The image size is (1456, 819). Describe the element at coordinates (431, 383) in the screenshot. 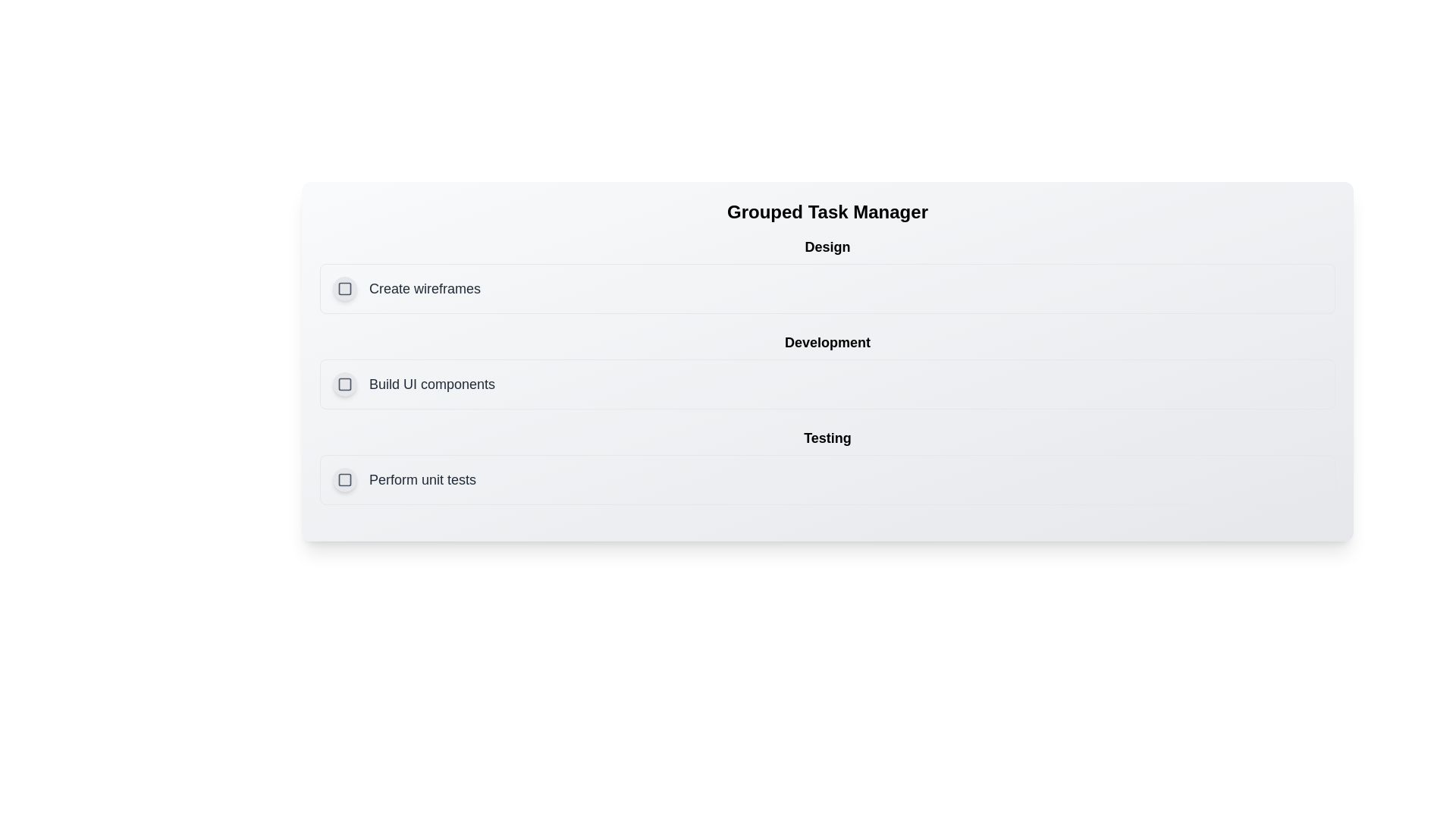

I see `text label that describes the task 'Build UI components' within the 'Development' section of the task manager interface, located between 'Create wireframes' and 'Perform unit tests'` at that location.